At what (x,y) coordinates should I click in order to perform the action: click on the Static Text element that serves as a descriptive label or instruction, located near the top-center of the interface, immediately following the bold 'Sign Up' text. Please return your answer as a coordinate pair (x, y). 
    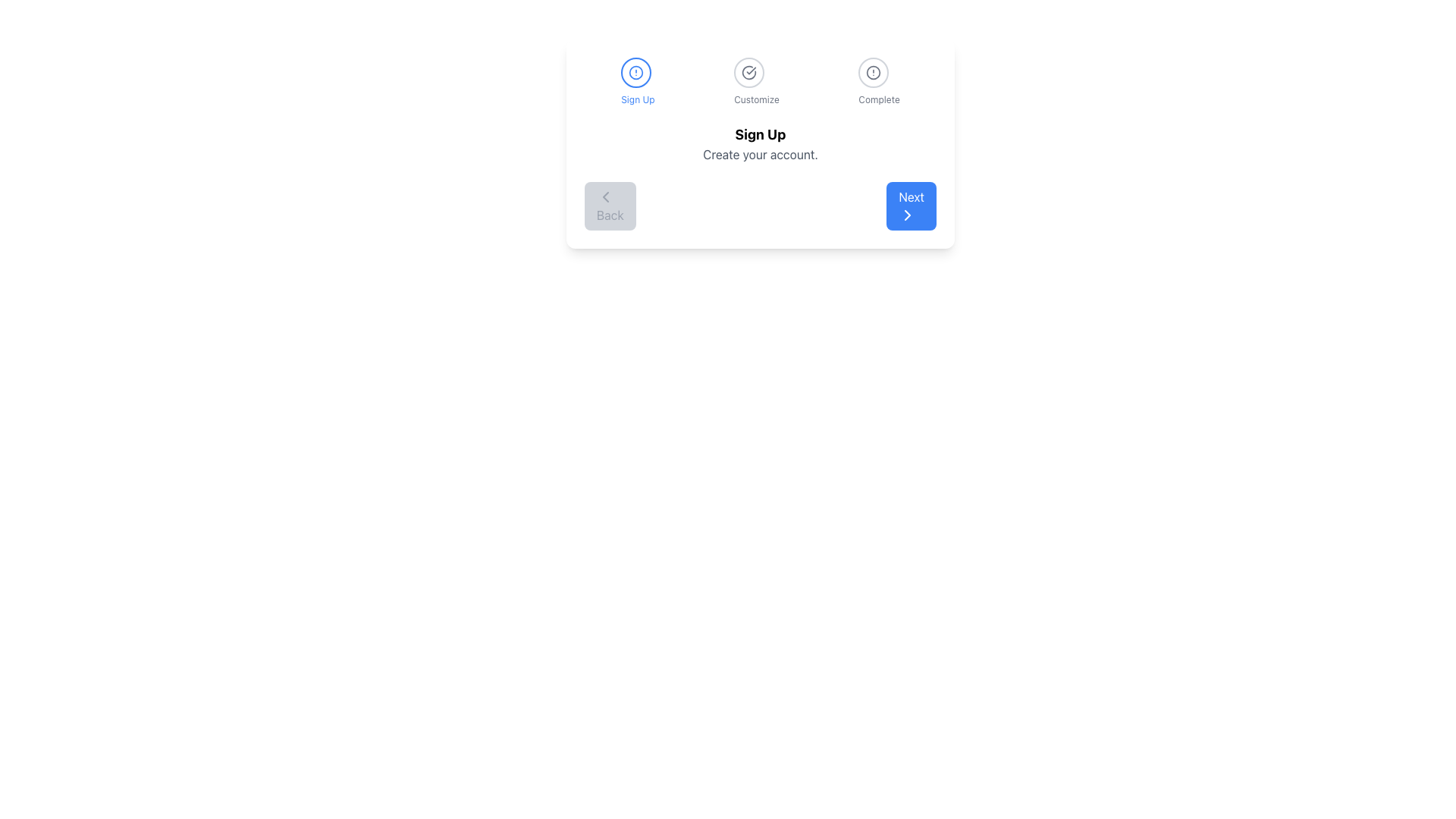
    Looking at the image, I should click on (761, 155).